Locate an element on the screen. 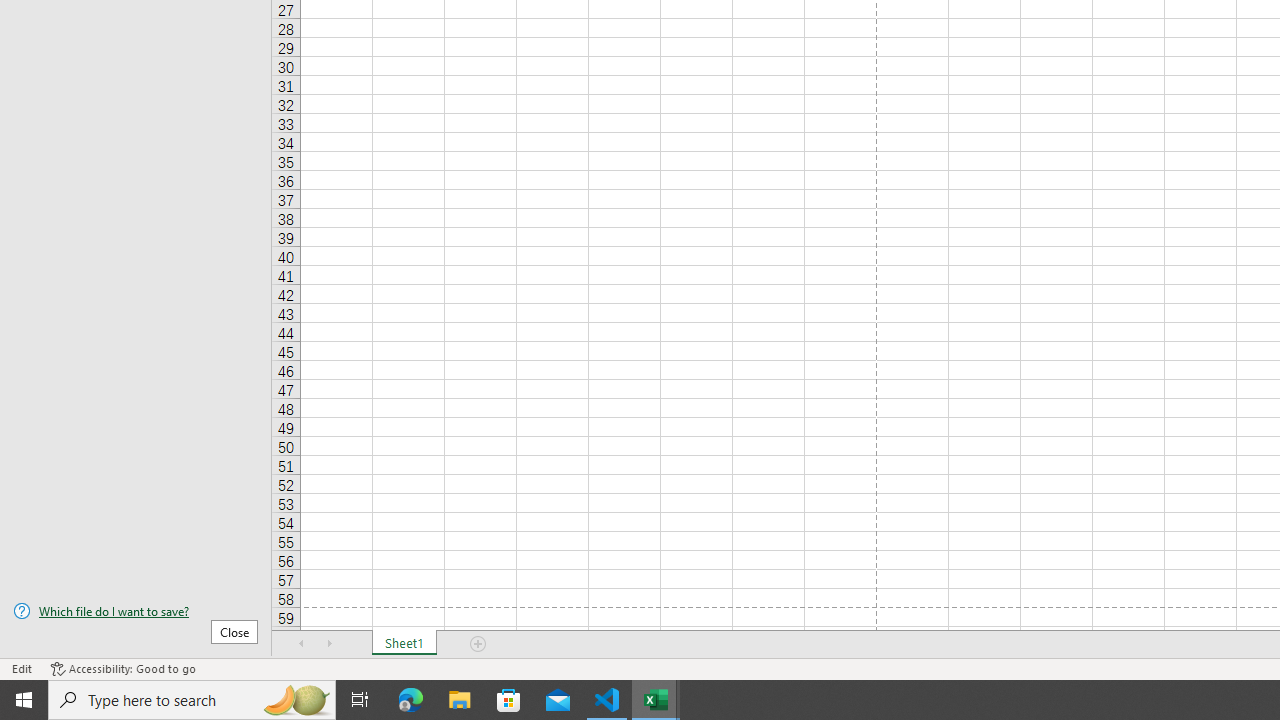 This screenshot has height=720, width=1280. 'Add Sheet' is located at coordinates (477, 644).